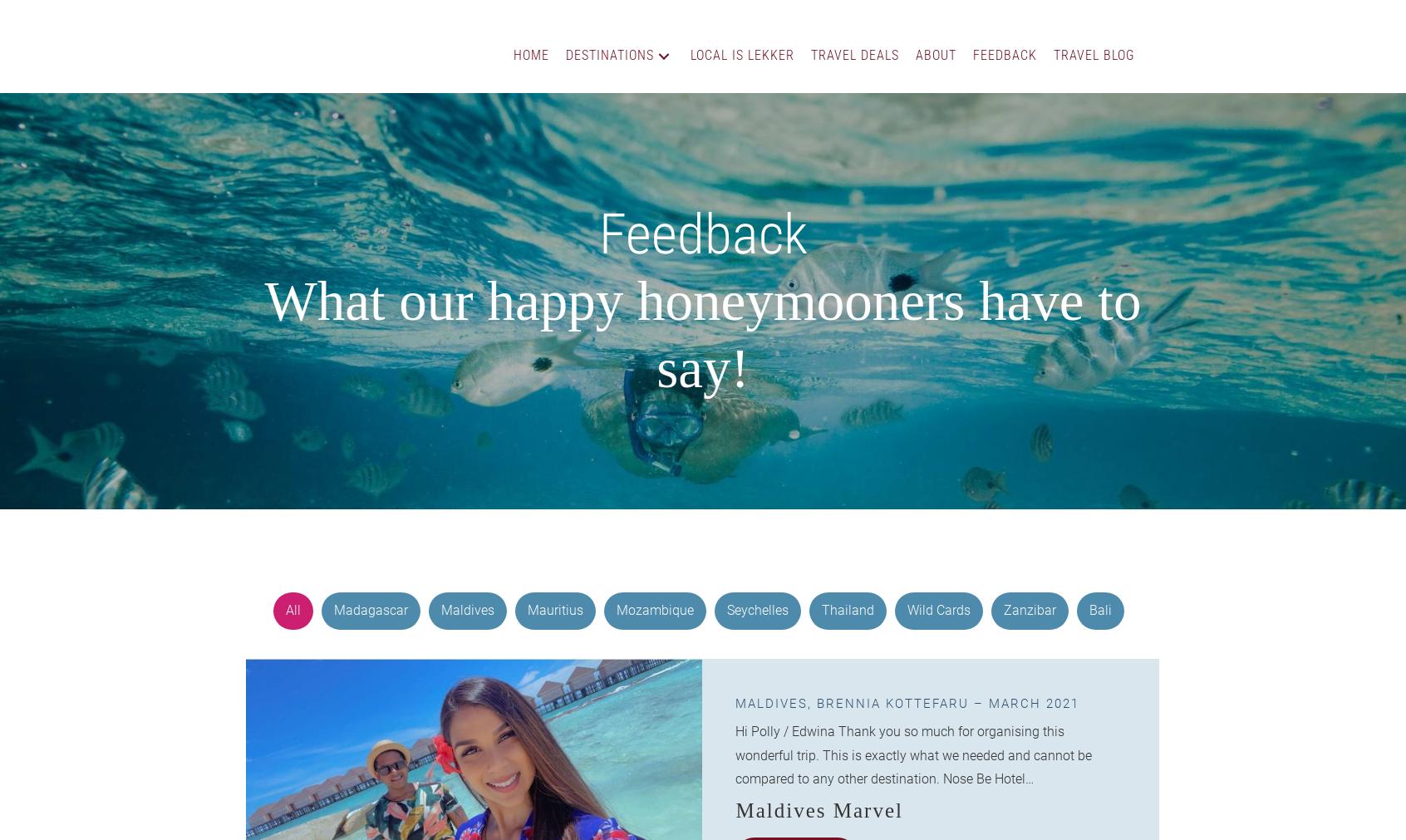  Describe the element at coordinates (1099, 609) in the screenshot. I see `'Bali'` at that location.